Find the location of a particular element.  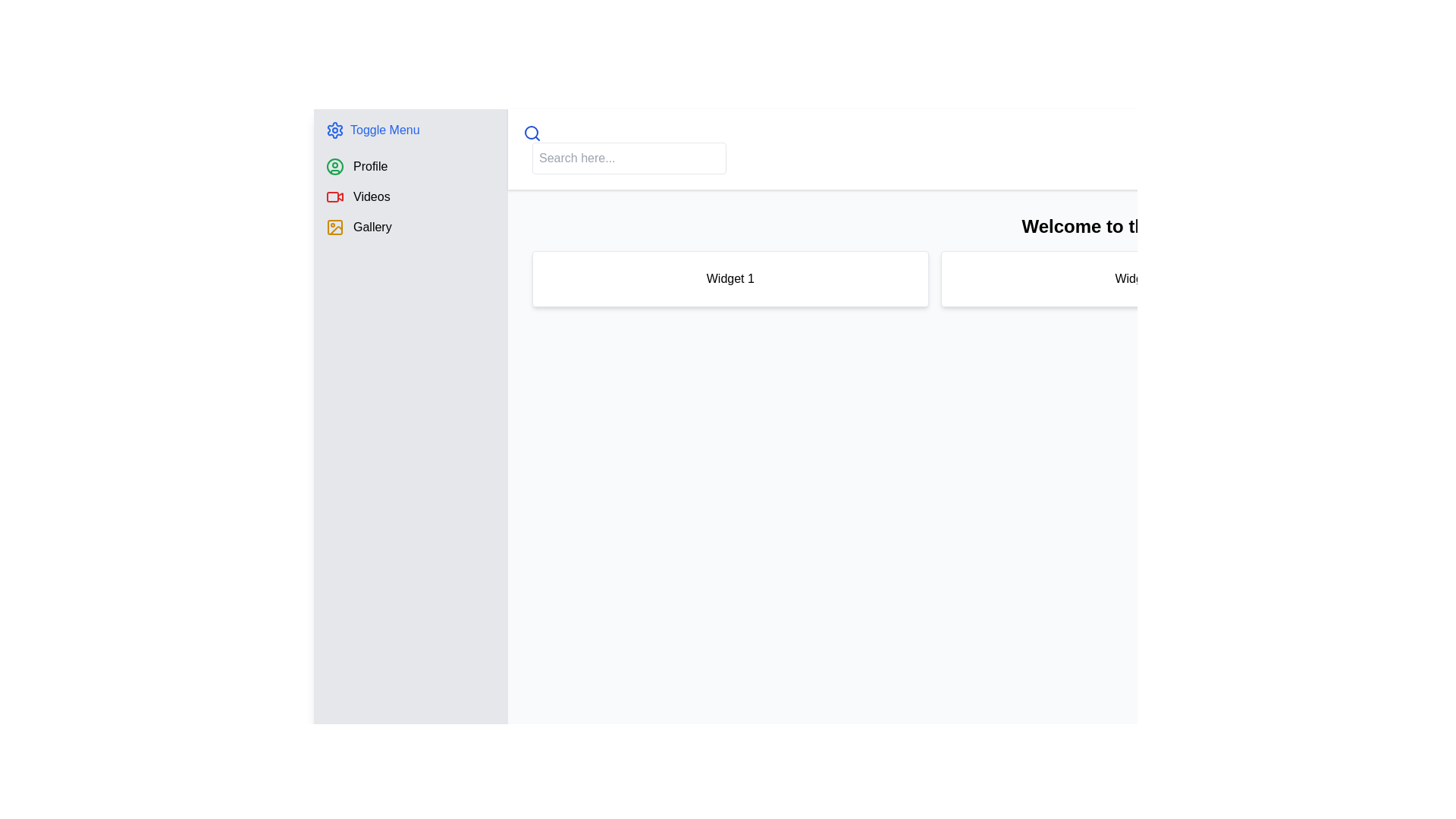

the settings icon located at the top of the left sidebar, which is associated with the 'Toggle Menu' text is located at coordinates (334, 130).